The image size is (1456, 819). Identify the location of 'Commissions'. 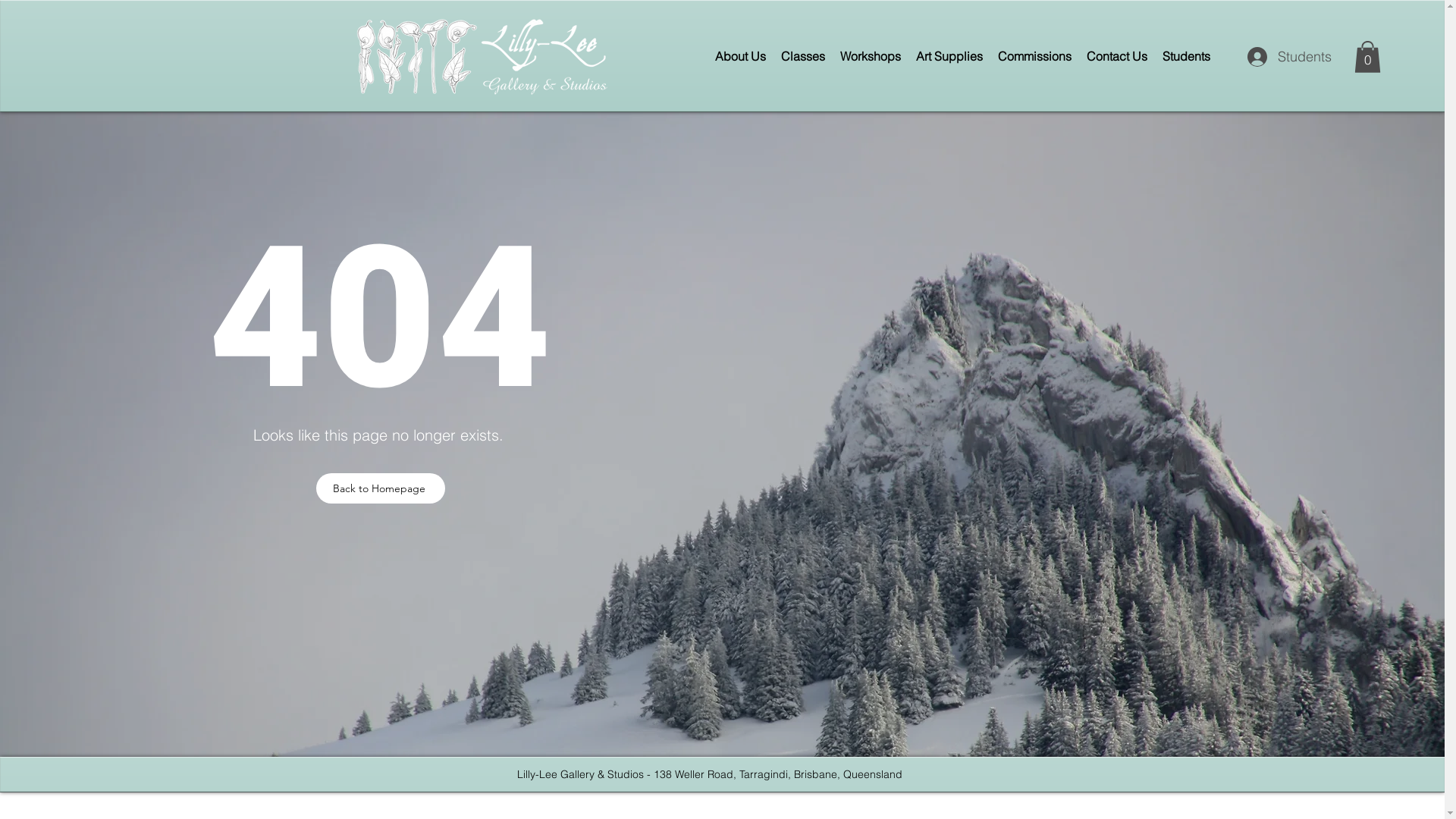
(1034, 55).